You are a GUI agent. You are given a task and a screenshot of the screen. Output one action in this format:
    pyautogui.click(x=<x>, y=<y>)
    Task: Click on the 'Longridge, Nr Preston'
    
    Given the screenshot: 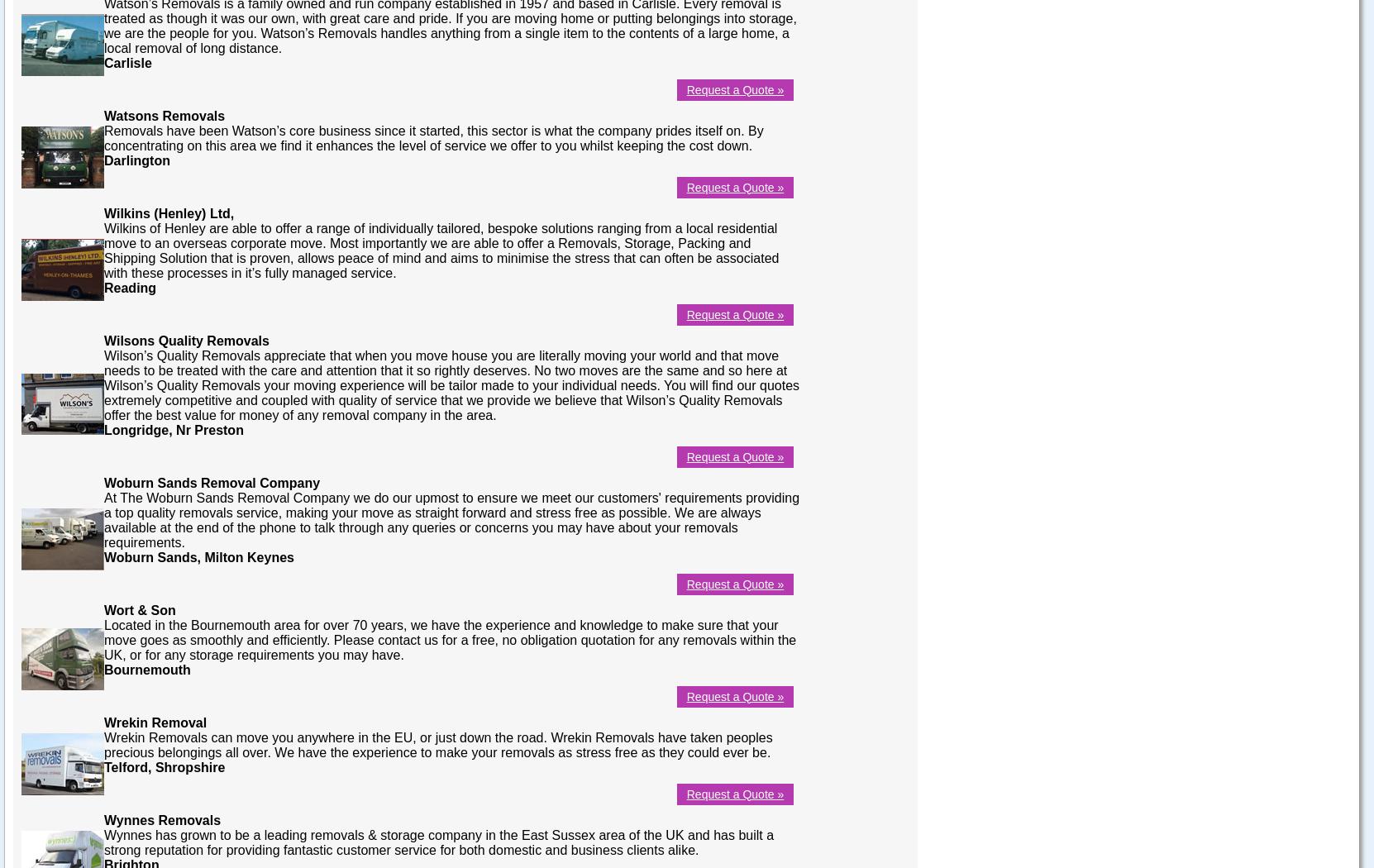 What is the action you would take?
    pyautogui.click(x=173, y=428)
    